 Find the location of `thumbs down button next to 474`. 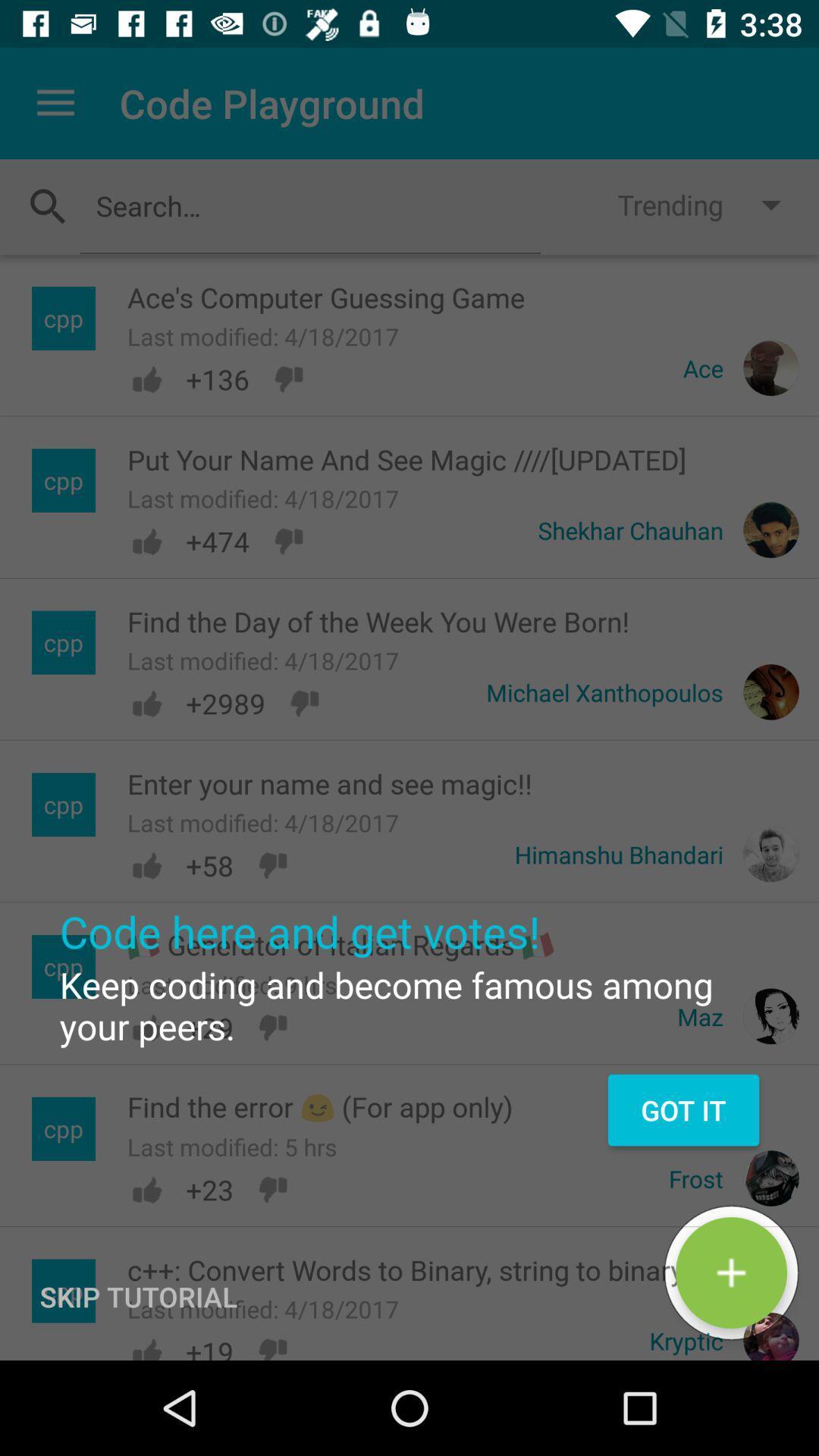

thumbs down button next to 474 is located at coordinates (289, 541).